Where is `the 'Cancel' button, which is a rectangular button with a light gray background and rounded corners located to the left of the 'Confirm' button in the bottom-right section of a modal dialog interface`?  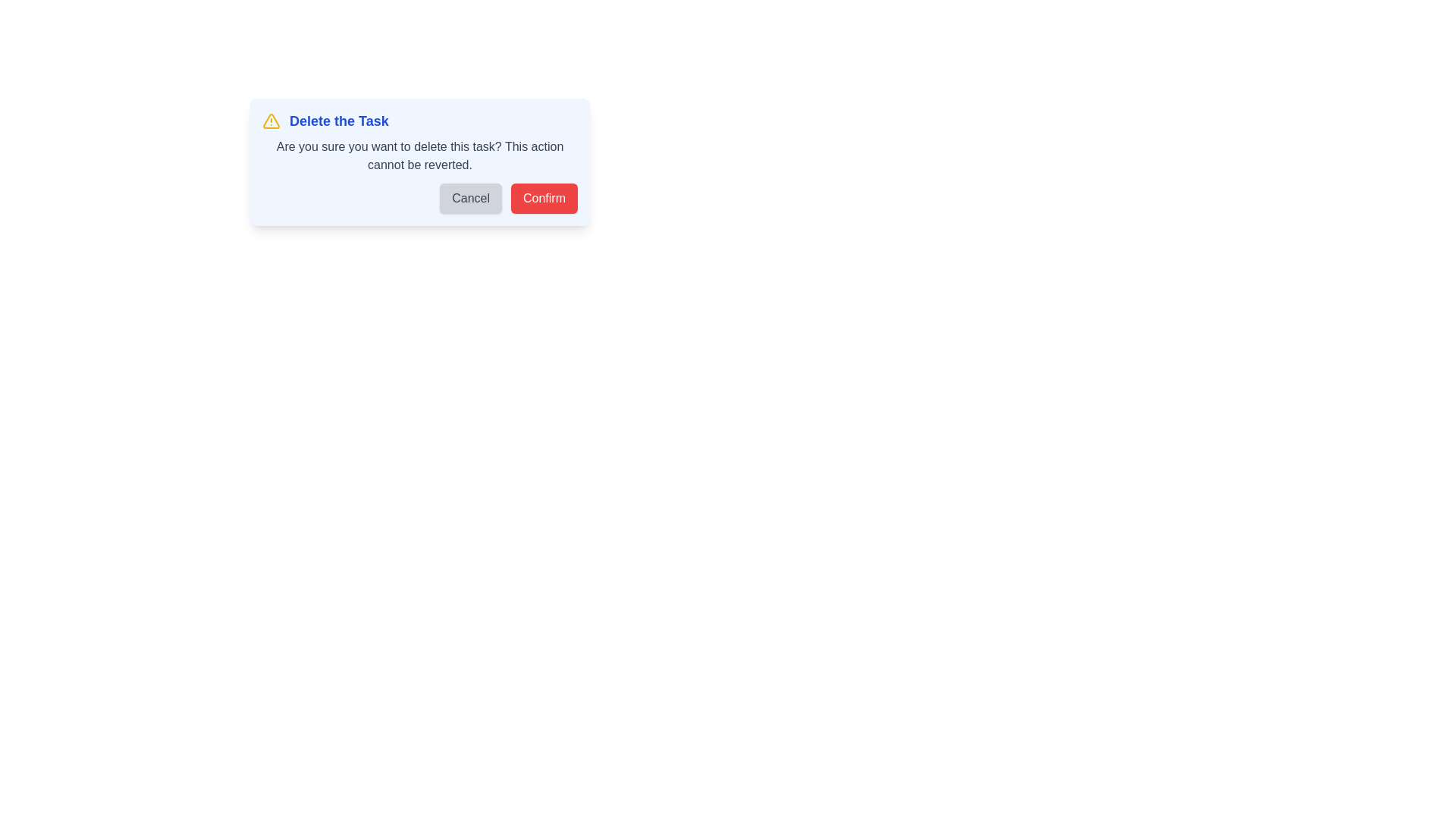
the 'Cancel' button, which is a rectangular button with a light gray background and rounded corners located to the left of the 'Confirm' button in the bottom-right section of a modal dialog interface is located at coordinates (470, 198).